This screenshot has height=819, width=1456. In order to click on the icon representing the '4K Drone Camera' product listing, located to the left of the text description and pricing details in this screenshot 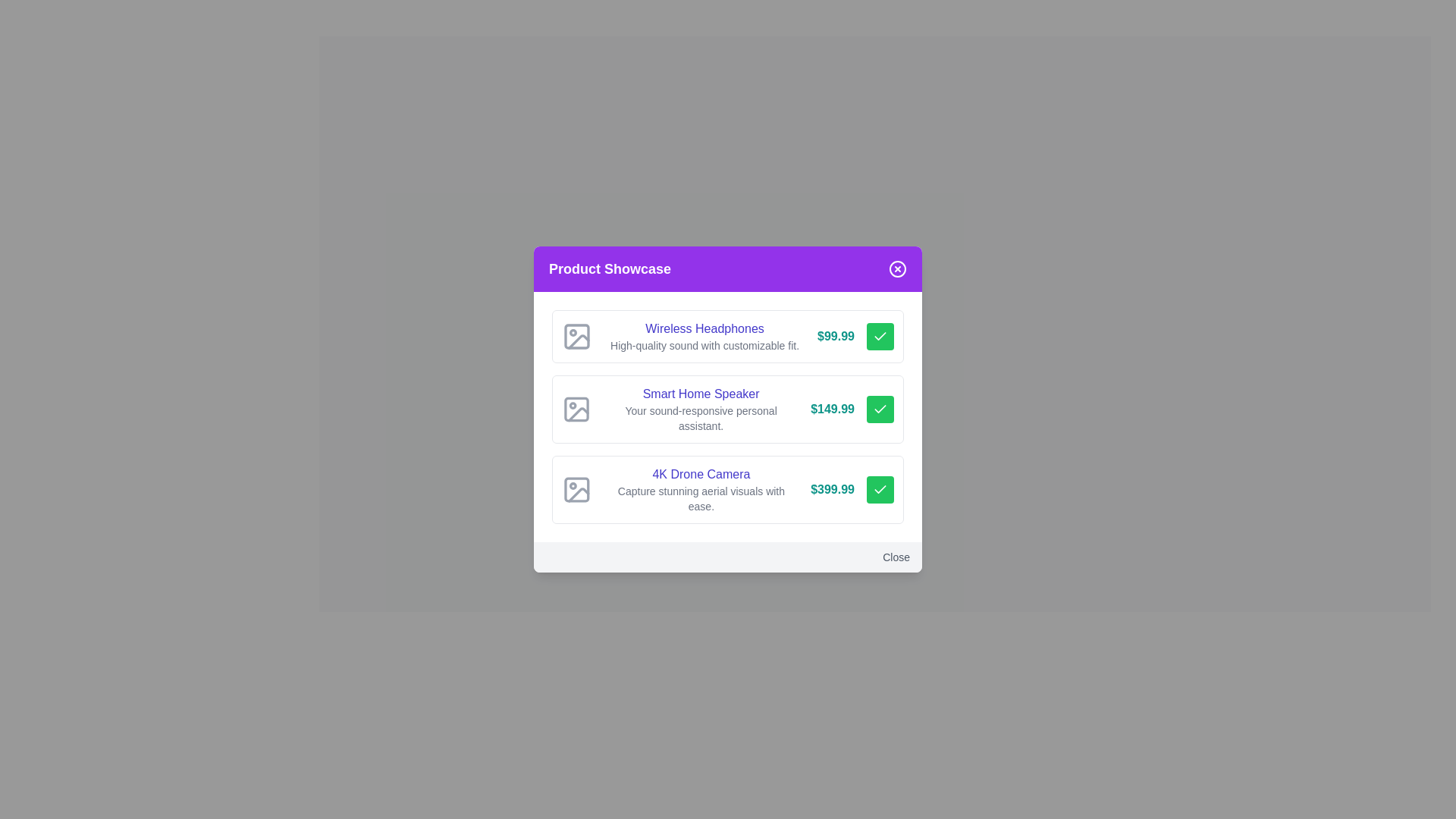, I will do `click(576, 489)`.